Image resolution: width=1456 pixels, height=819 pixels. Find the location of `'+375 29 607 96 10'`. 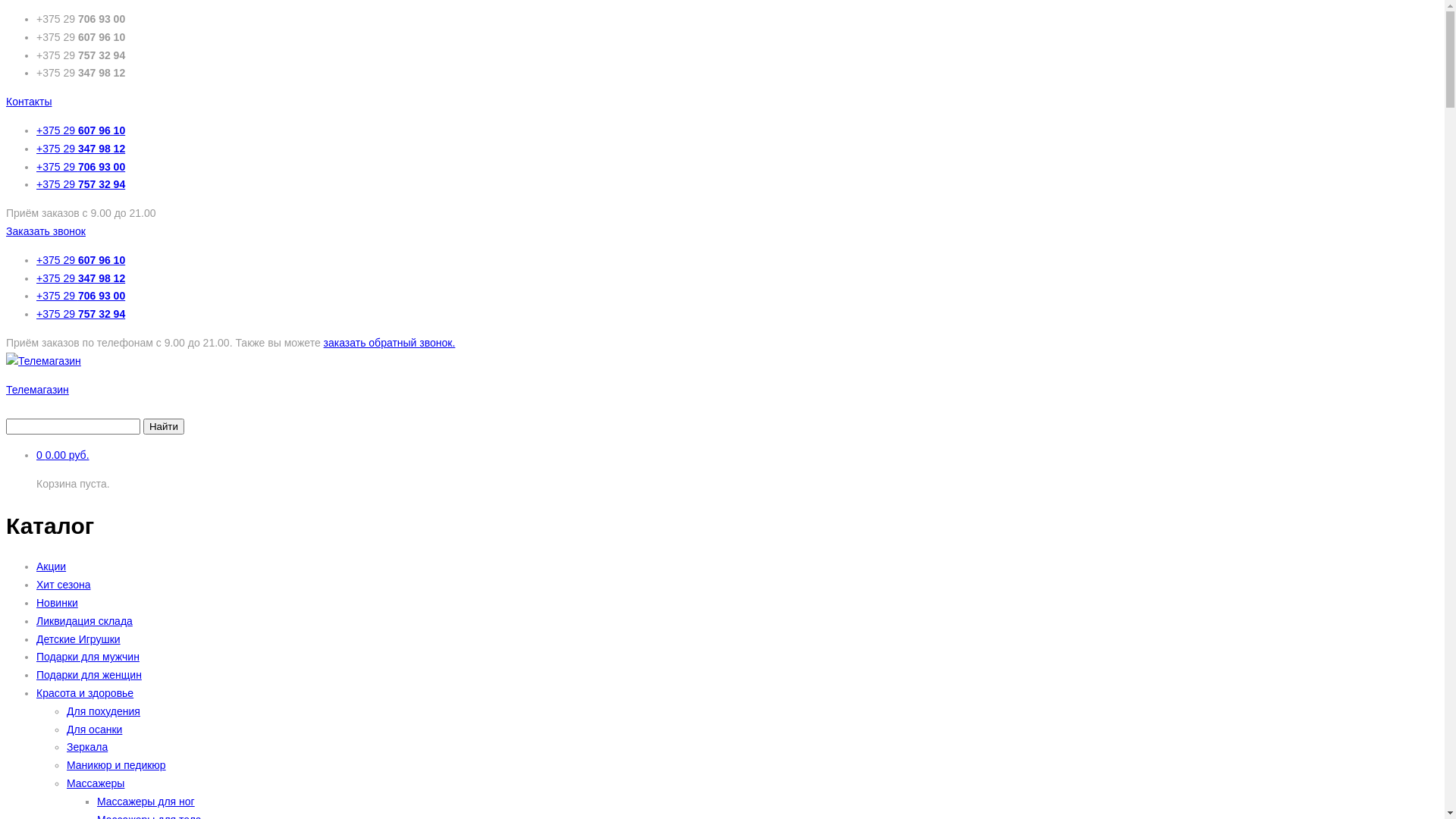

'+375 29 607 96 10' is located at coordinates (80, 259).